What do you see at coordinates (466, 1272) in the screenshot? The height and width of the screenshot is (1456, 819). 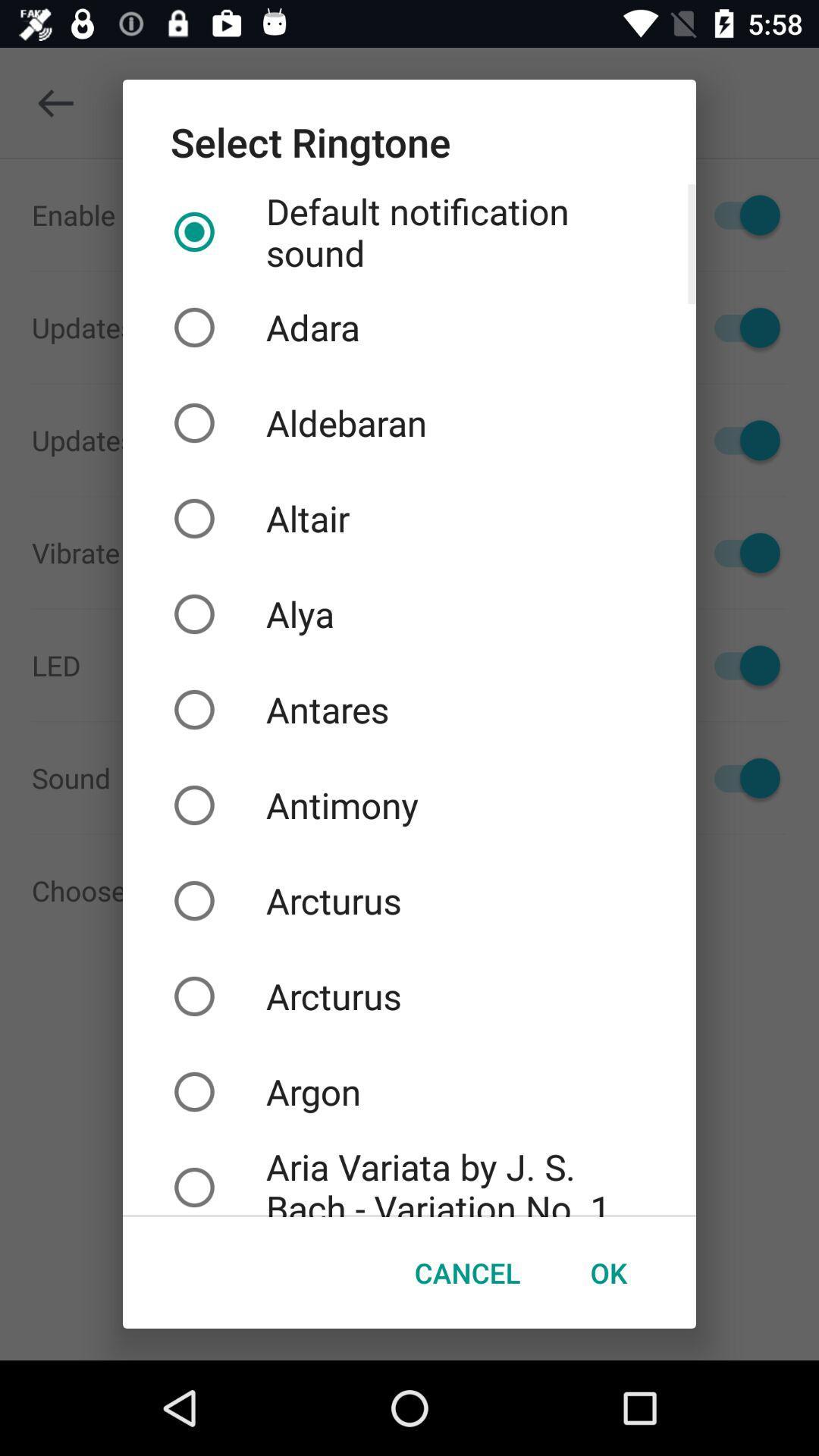 I see `the cancel button` at bounding box center [466, 1272].